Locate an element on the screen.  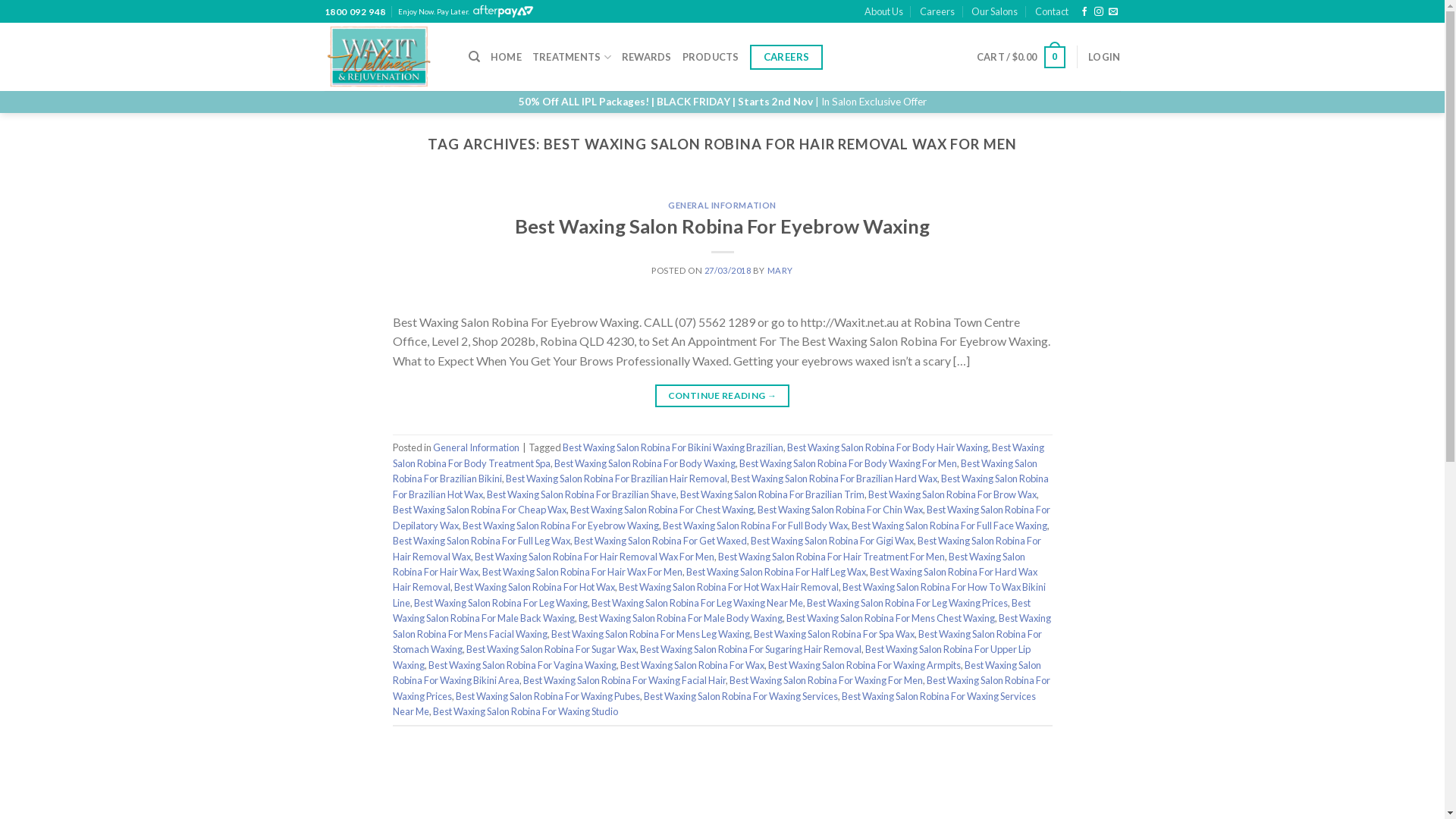
'CAREERS' is located at coordinates (749, 56).